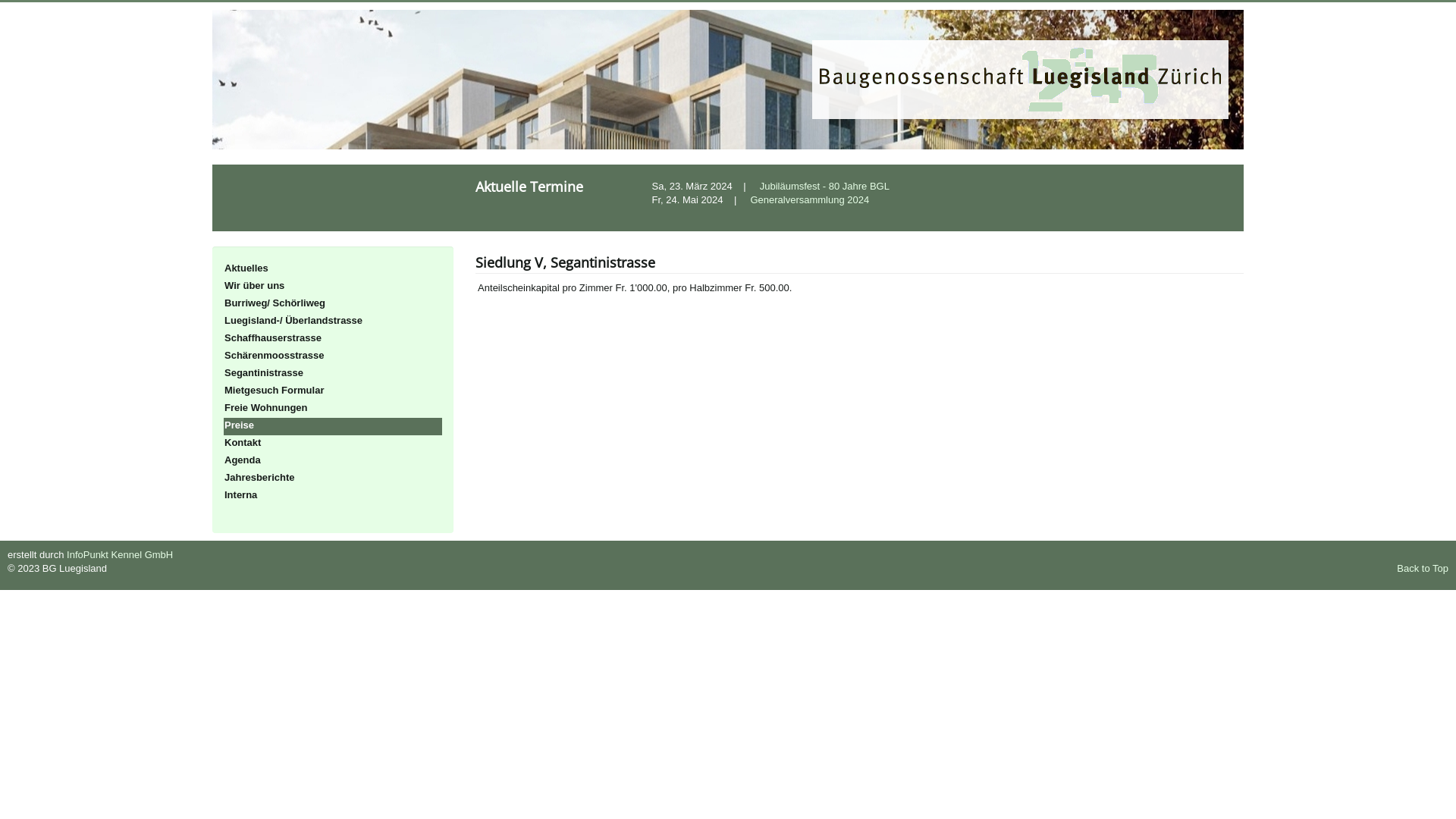 The image size is (1456, 819). I want to click on 'Agenda', so click(331, 460).